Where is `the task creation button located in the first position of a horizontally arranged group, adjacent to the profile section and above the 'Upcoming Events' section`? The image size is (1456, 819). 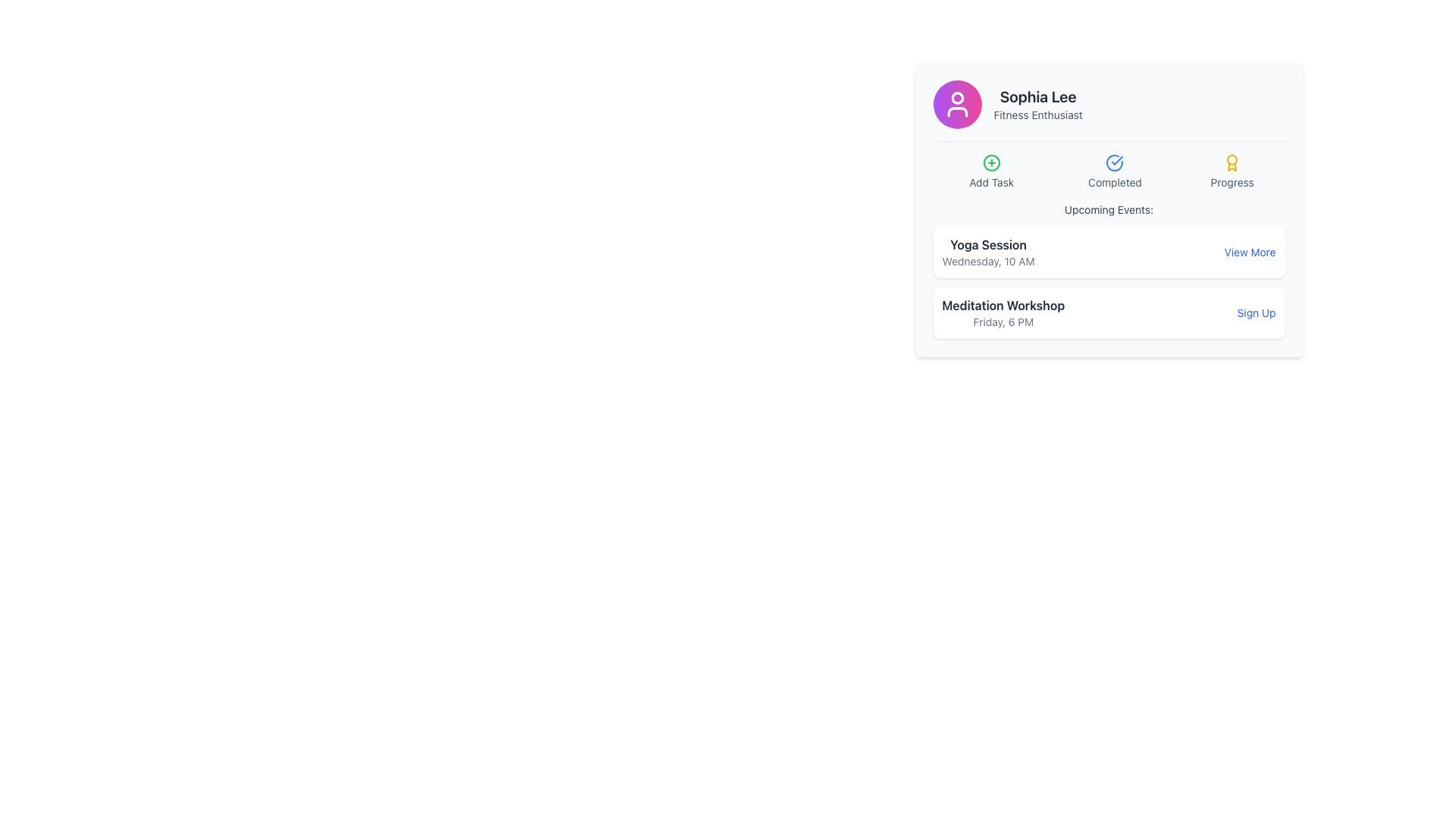
the task creation button located in the first position of a horizontally arranged group, adjacent to the profile section and above the 'Upcoming Events' section is located at coordinates (991, 171).